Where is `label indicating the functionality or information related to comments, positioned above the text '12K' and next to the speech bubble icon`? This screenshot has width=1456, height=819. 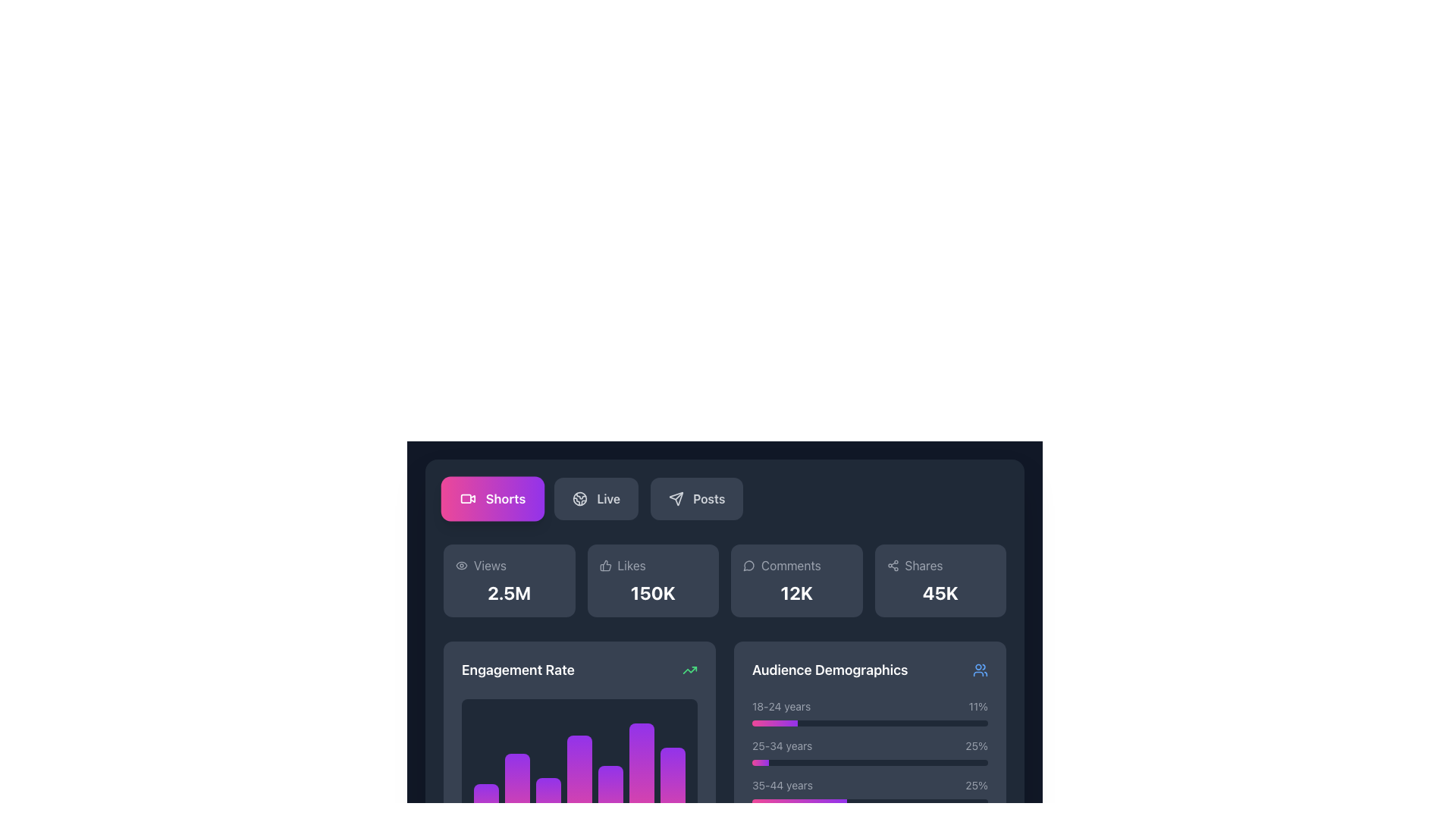 label indicating the functionality or information related to comments, positioned above the text '12K' and next to the speech bubble icon is located at coordinates (795, 565).